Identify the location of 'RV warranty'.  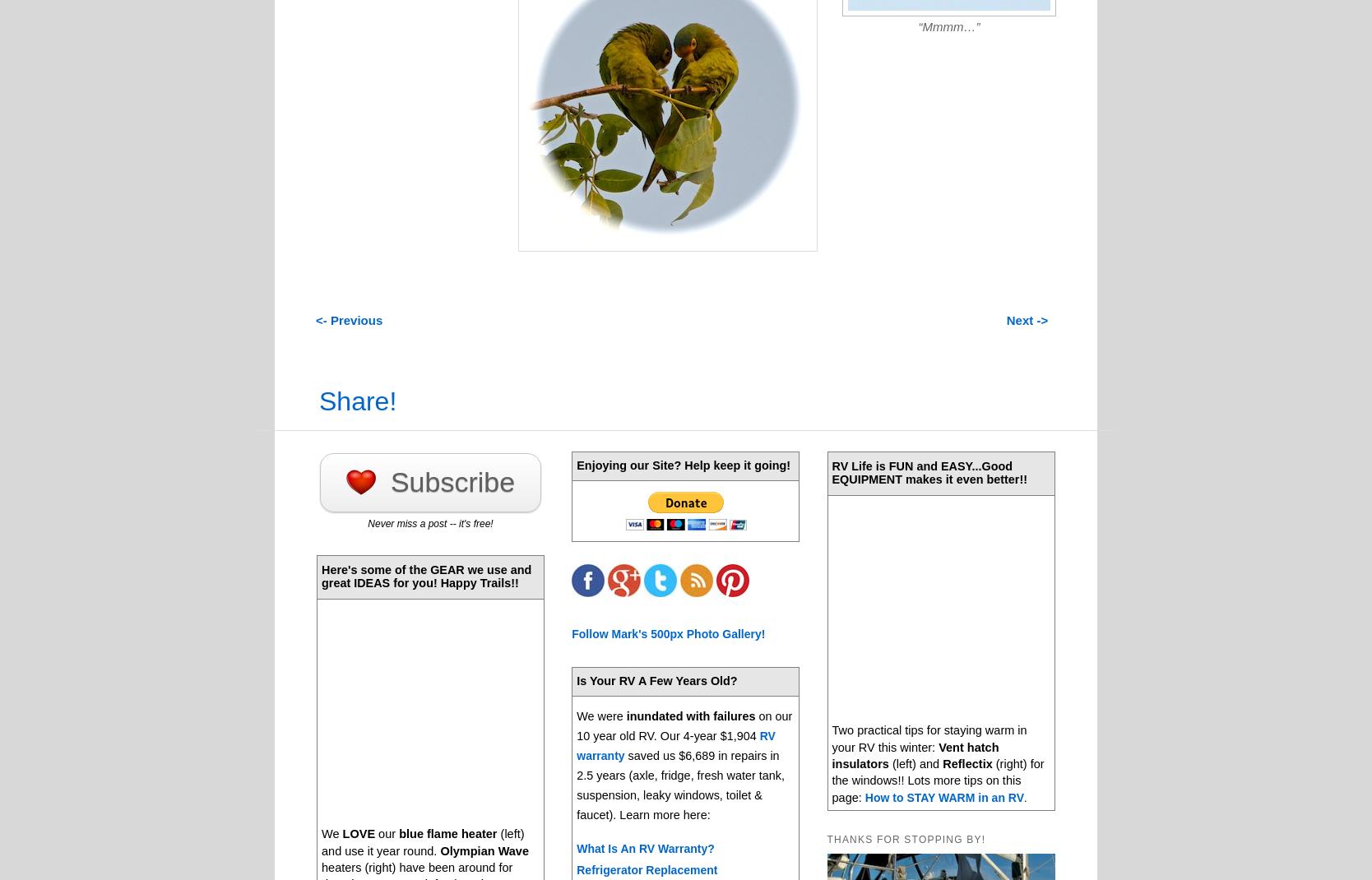
(674, 745).